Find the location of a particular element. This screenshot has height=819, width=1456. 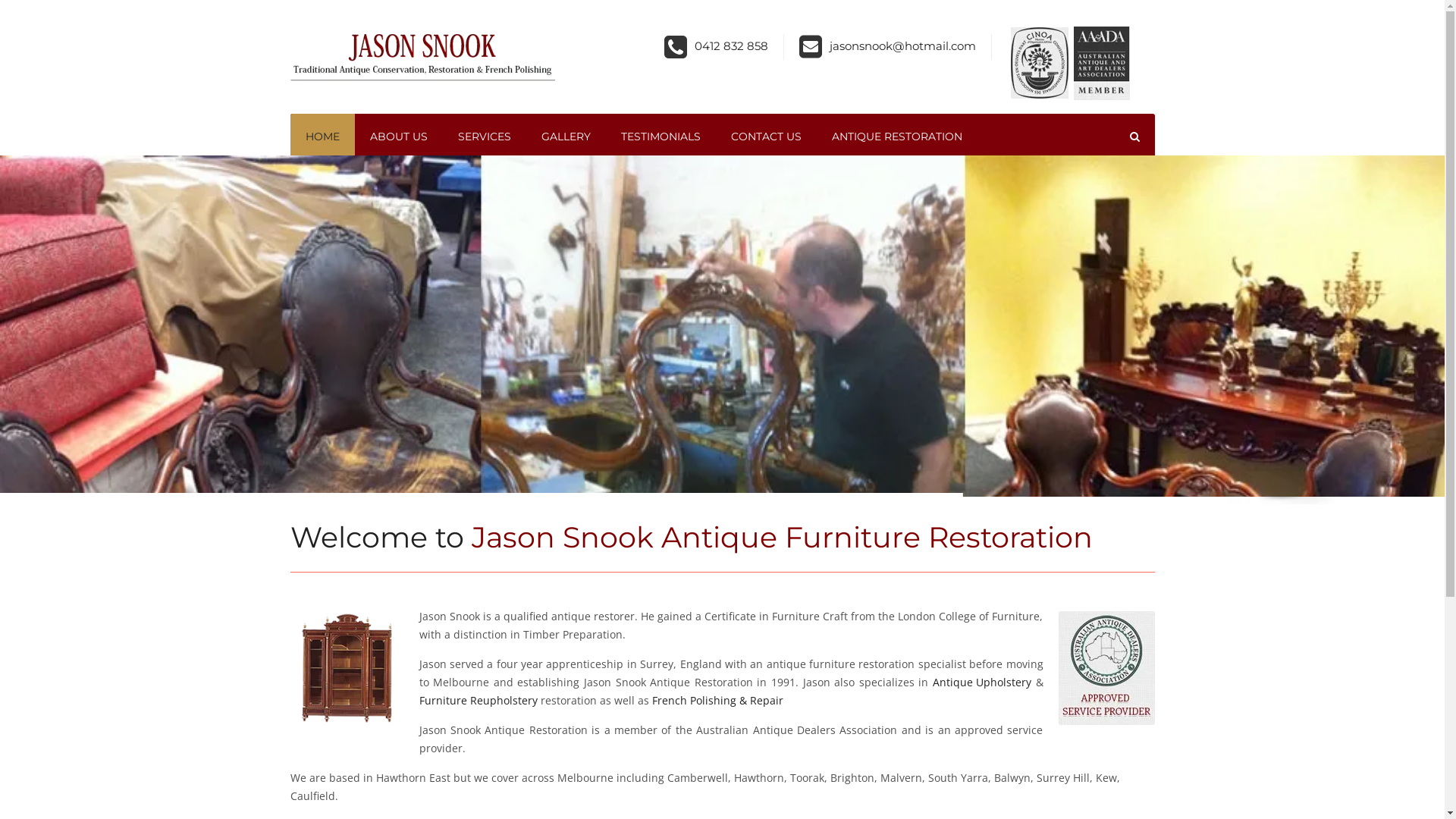

'French Polishing & Repair' is located at coordinates (717, 701).